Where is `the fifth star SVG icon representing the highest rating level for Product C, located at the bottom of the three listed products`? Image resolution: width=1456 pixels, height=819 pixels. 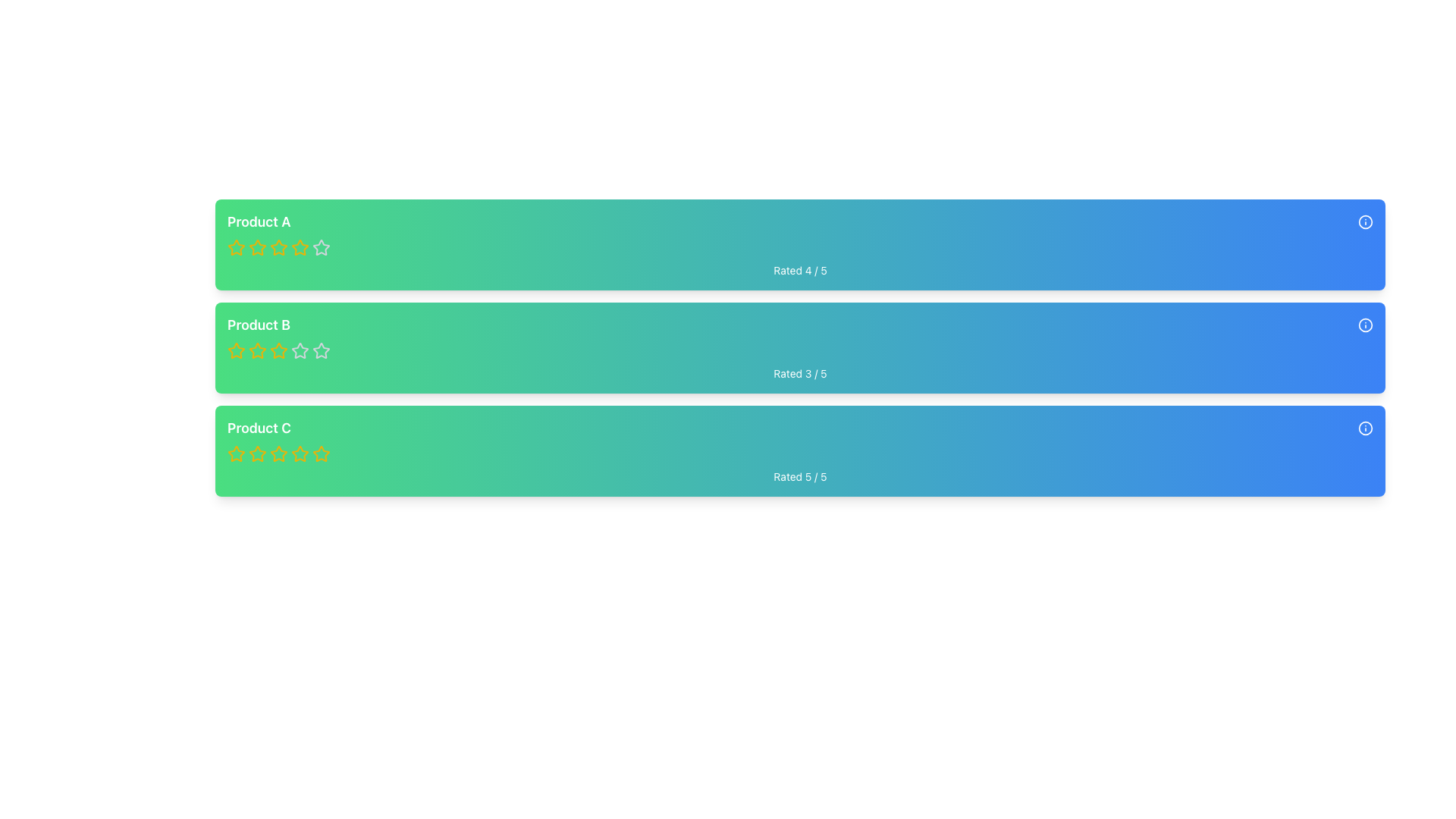 the fifth star SVG icon representing the highest rating level for Product C, located at the bottom of the three listed products is located at coordinates (320, 453).